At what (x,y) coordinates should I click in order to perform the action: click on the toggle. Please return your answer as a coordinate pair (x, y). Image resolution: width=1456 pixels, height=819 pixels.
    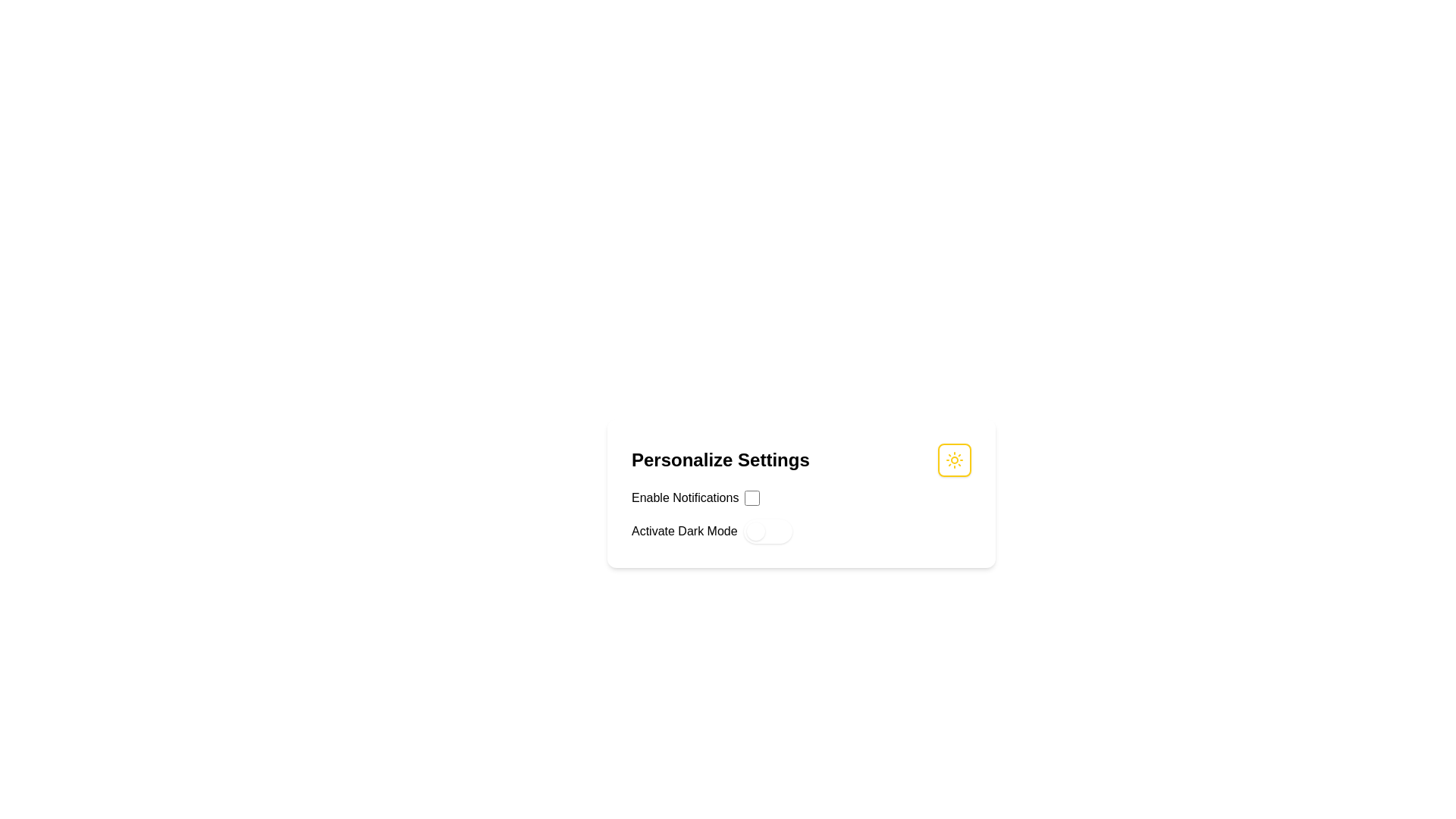
    Looking at the image, I should click on (789, 531).